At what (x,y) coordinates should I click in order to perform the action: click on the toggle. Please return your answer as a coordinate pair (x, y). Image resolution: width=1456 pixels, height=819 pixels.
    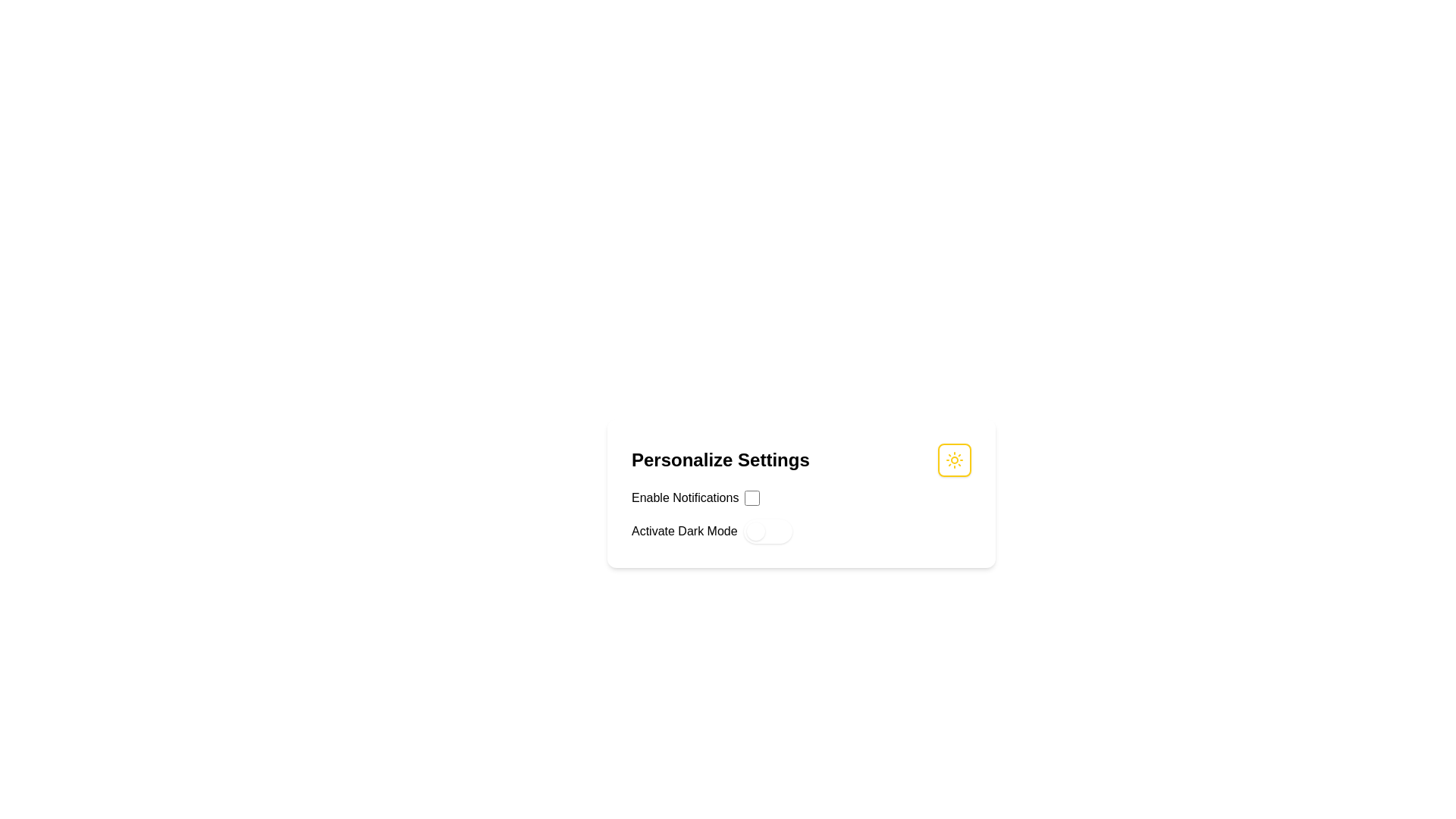
    Looking at the image, I should click on (789, 531).